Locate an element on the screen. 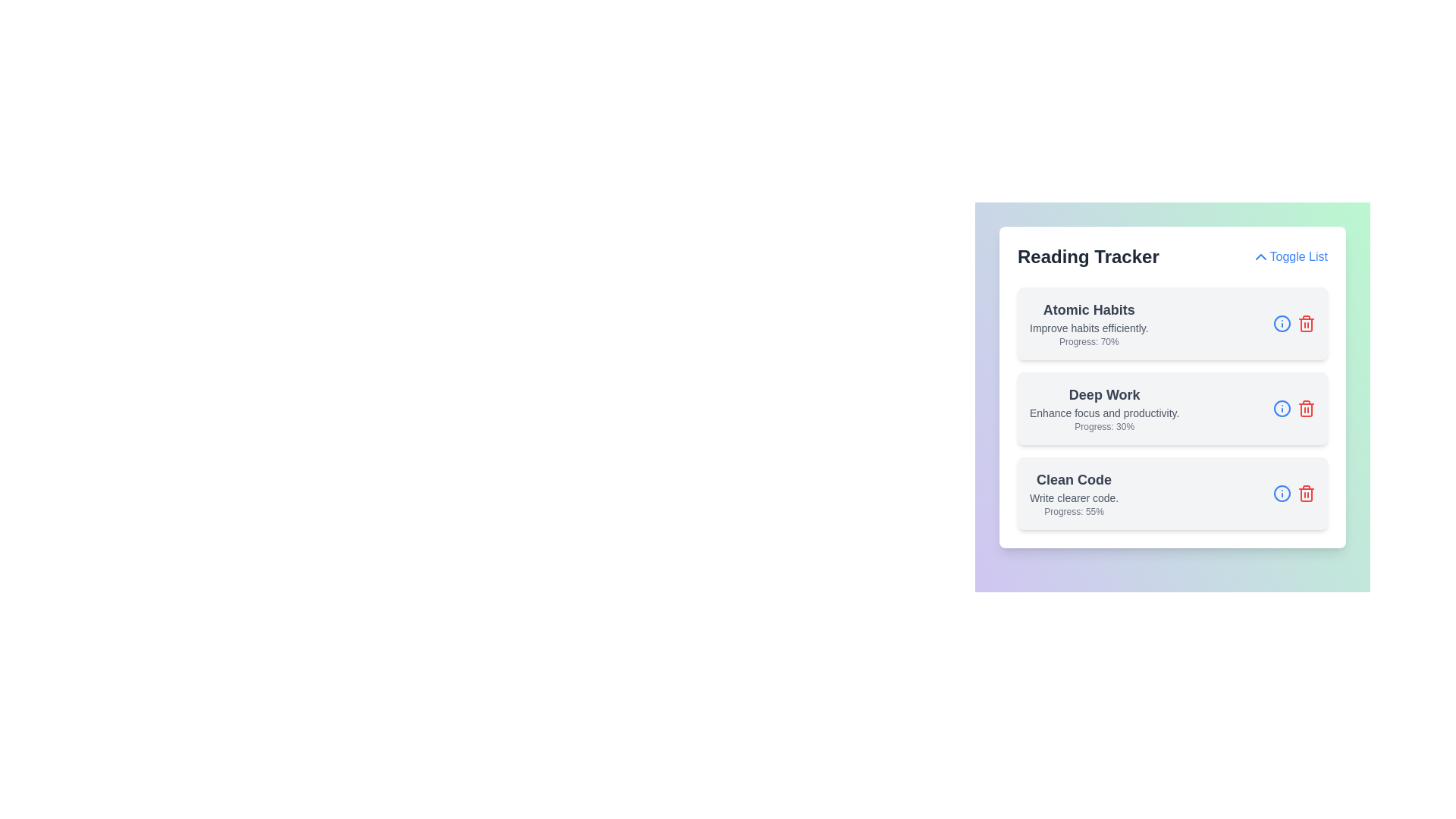  the 'Reading Tracker' title bar which includes the 'Toggle List' hyperlink is located at coordinates (1172, 256).